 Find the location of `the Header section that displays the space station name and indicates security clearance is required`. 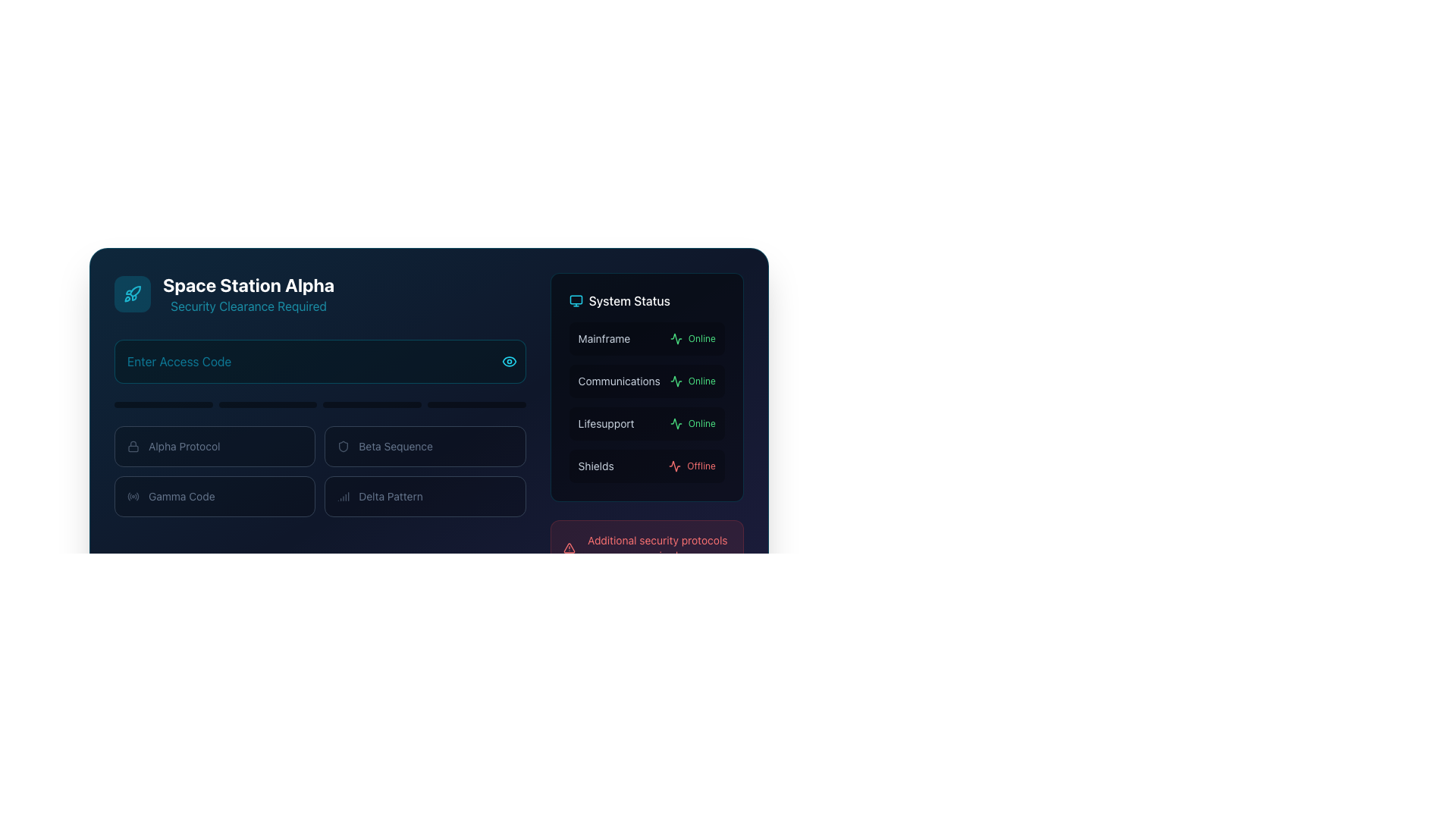

the Header section that displays the space station name and indicates security clearance is required is located at coordinates (319, 294).